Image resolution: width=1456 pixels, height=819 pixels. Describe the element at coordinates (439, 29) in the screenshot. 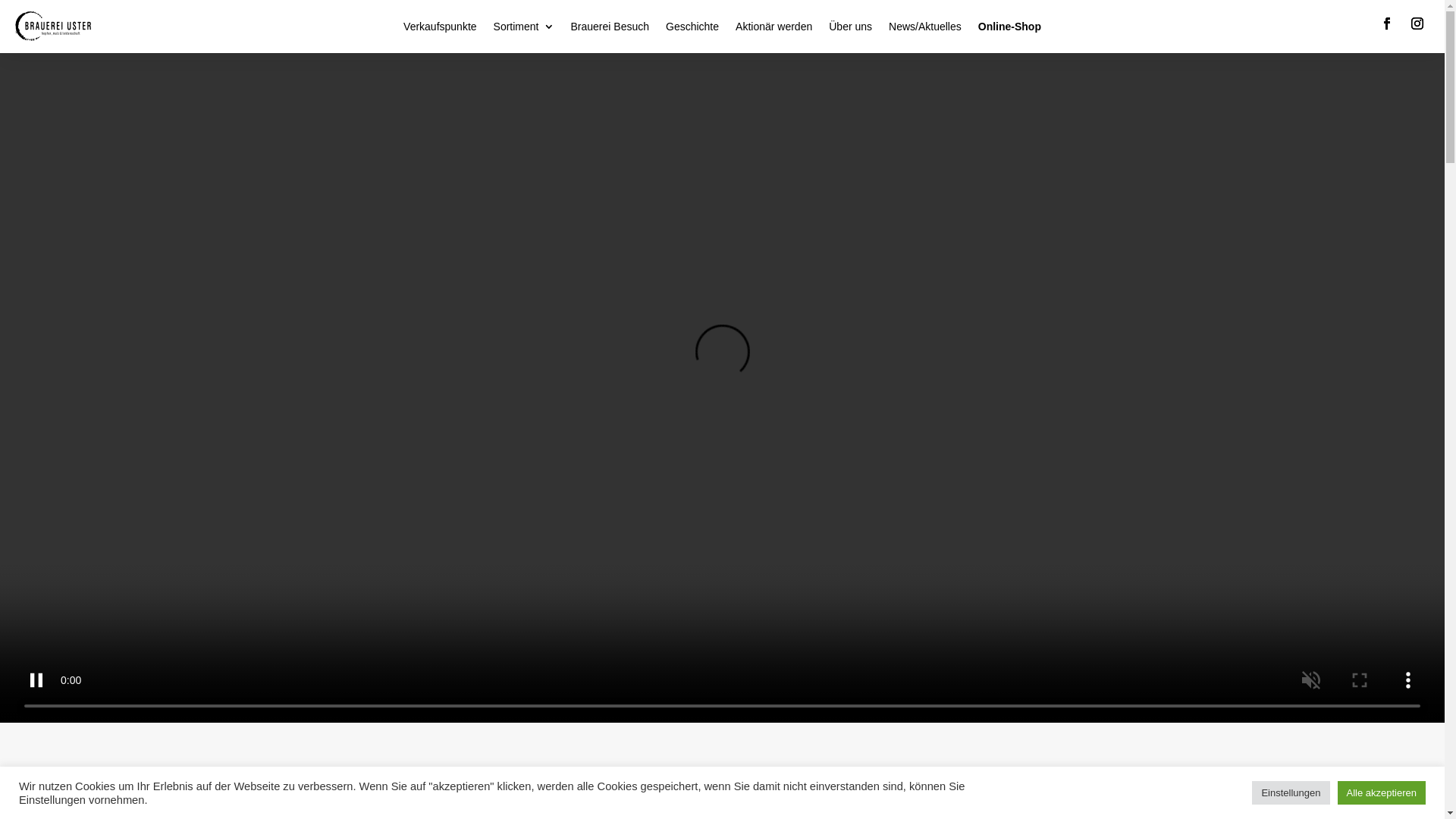

I see `'Verkaufspunkte'` at that location.